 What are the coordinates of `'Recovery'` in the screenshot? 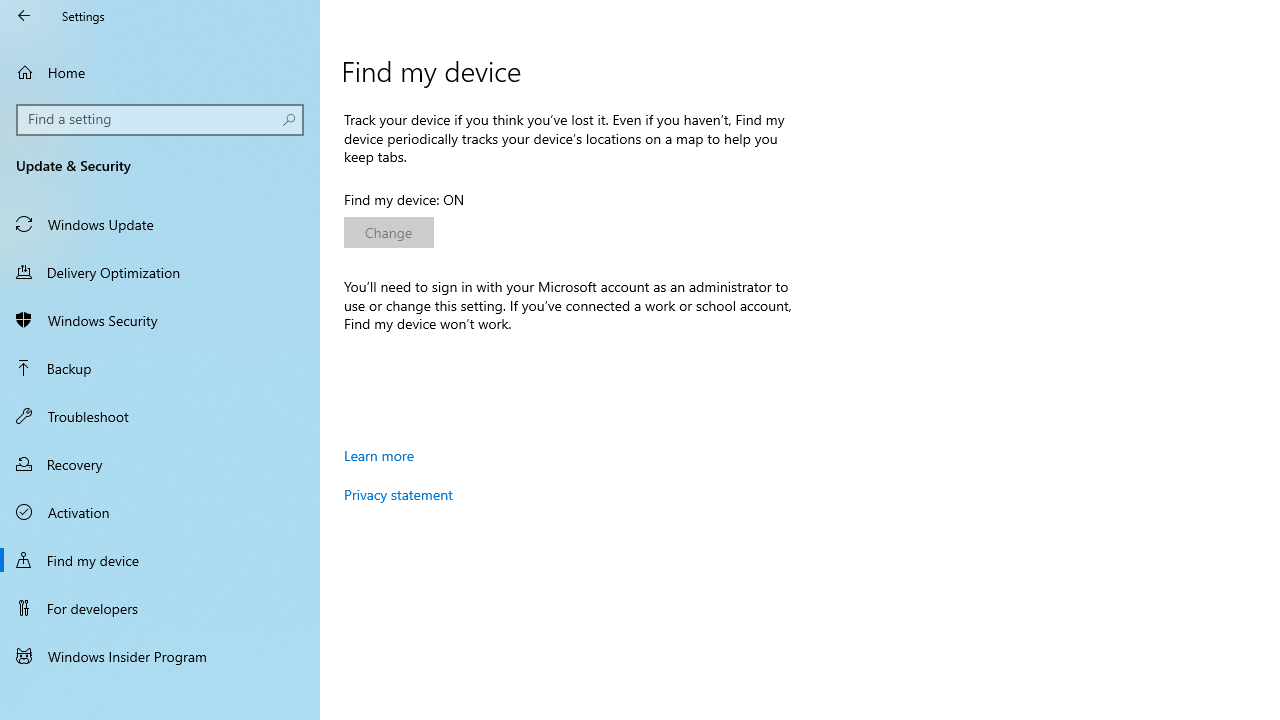 It's located at (160, 464).